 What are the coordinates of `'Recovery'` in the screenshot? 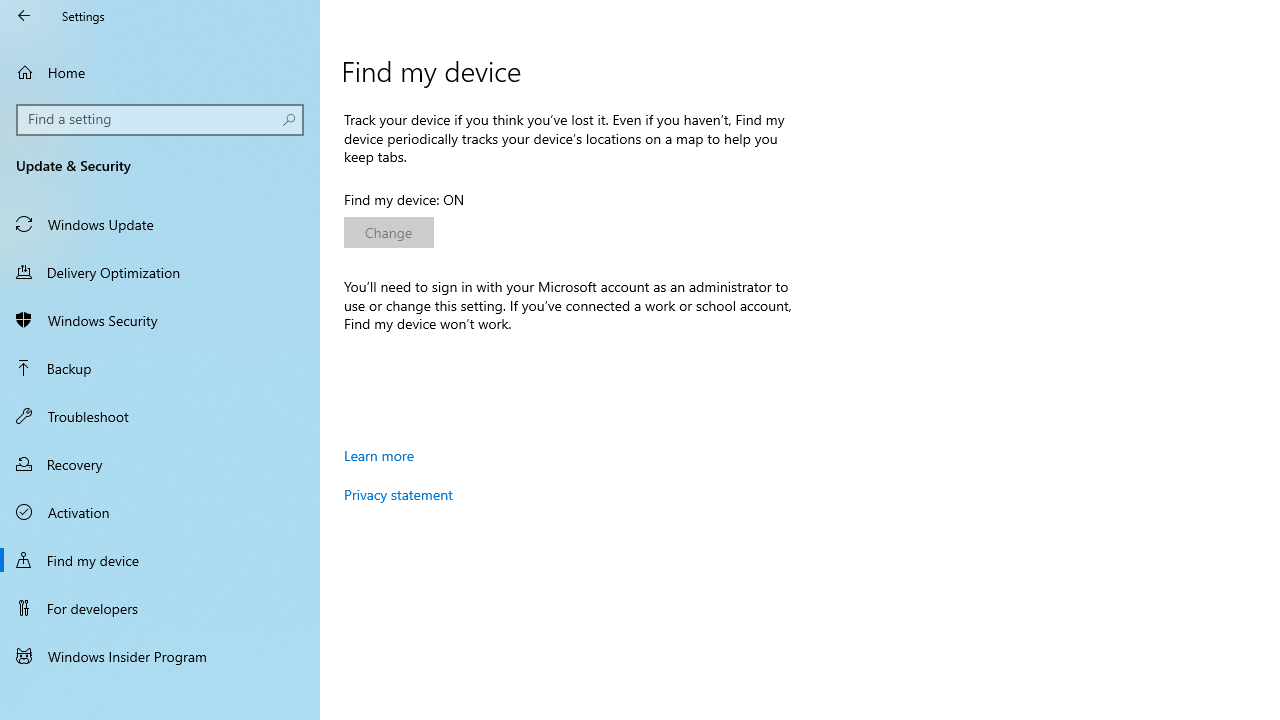 It's located at (160, 464).